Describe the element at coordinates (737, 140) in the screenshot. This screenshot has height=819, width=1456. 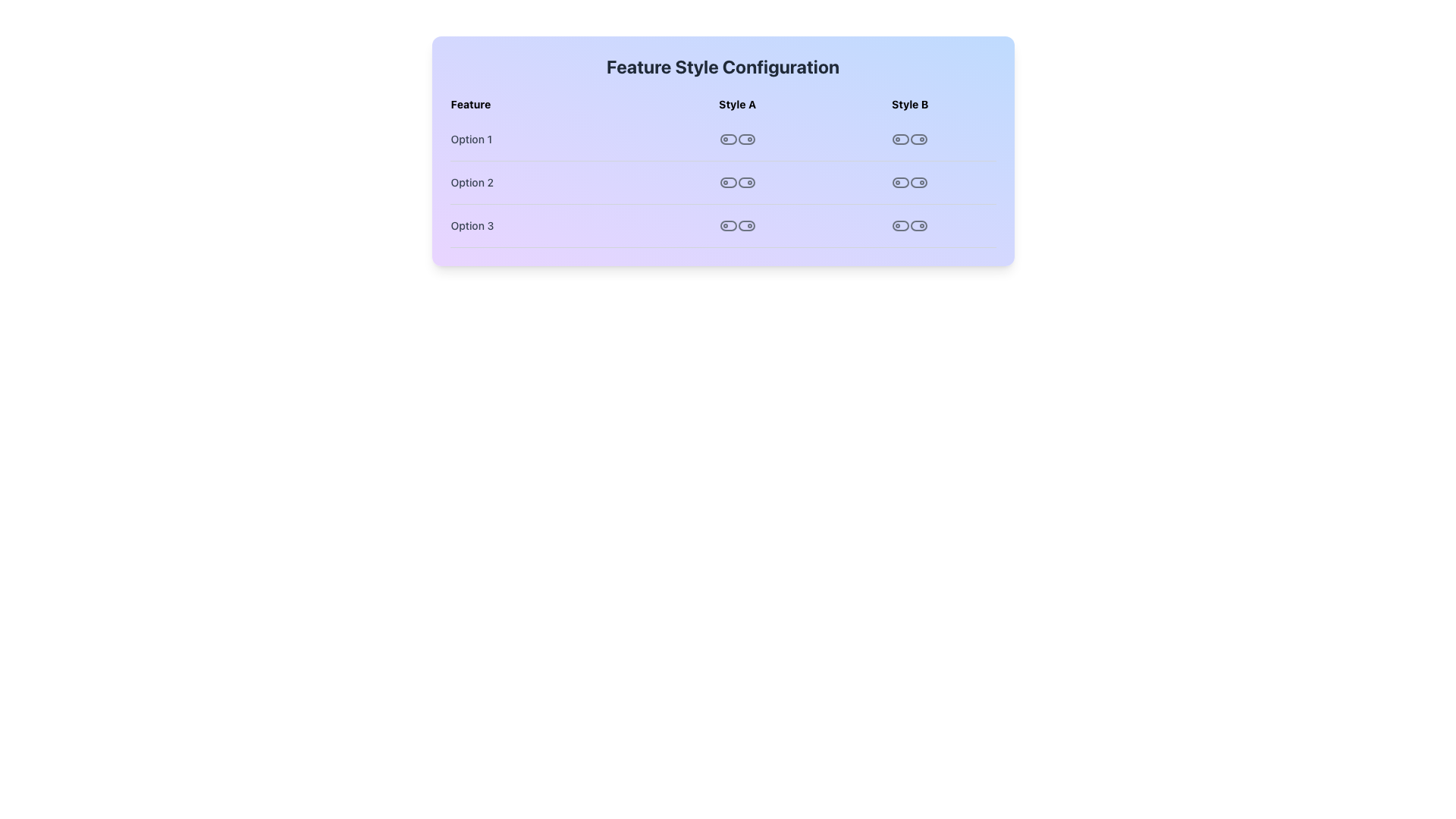
I see `the linked toggle buttons in the 'Style A' column of the 'Option 1' row, which serves as a toggle or state indicator for a feature option` at that location.